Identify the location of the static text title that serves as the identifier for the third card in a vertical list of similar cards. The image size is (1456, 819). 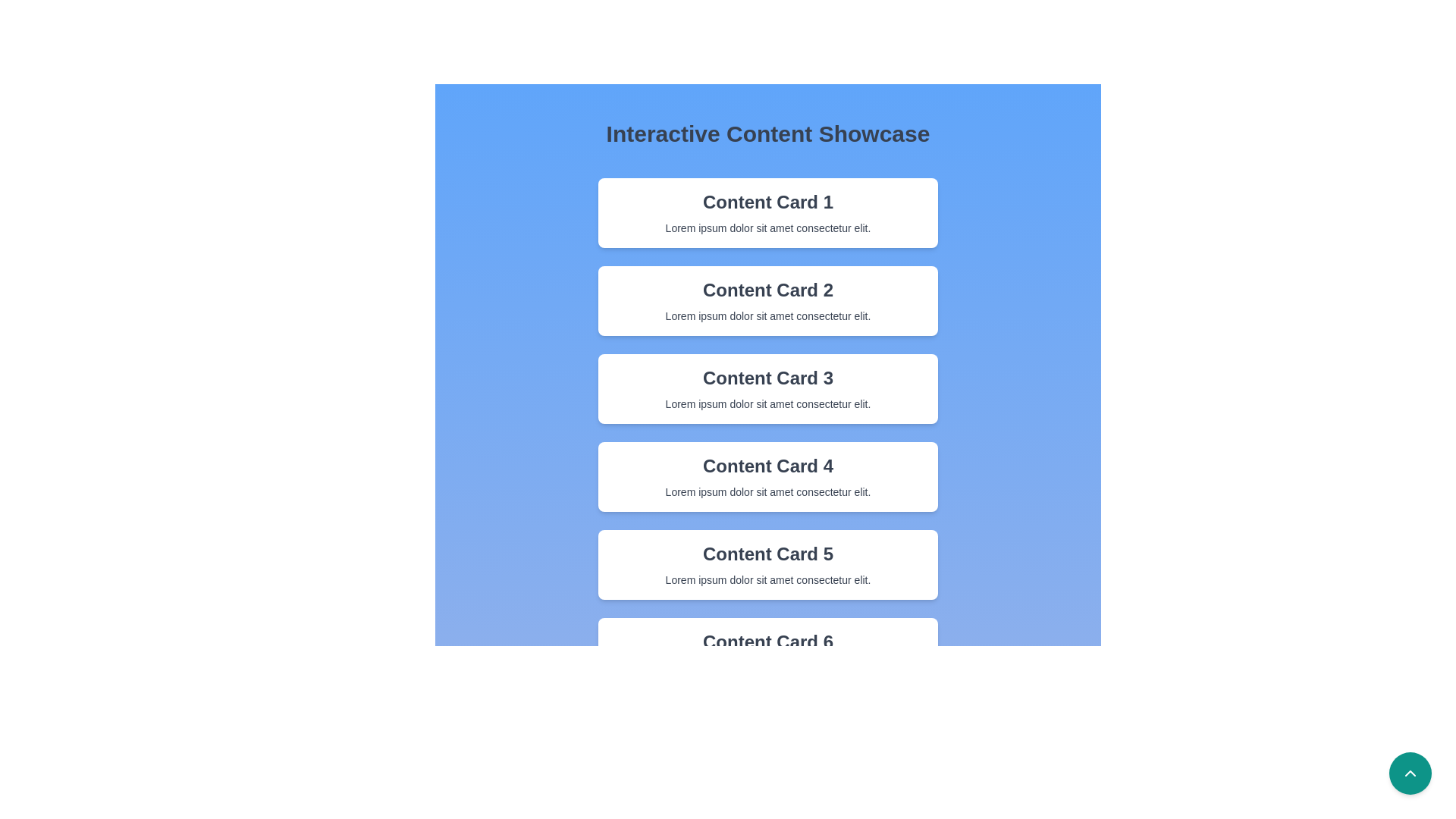
(767, 377).